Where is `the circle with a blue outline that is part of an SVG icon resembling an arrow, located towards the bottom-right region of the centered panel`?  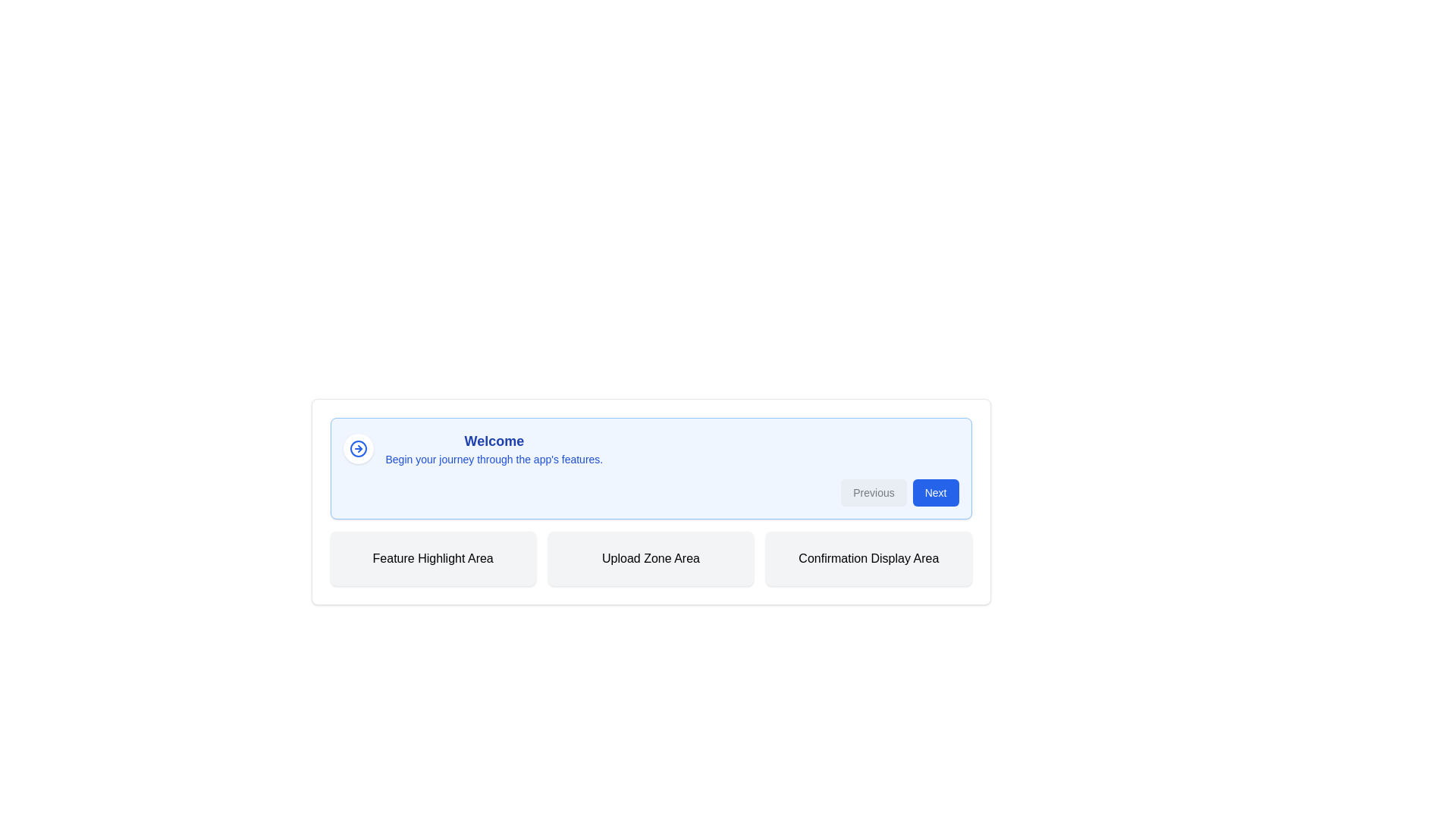 the circle with a blue outline that is part of an SVG icon resembling an arrow, located towards the bottom-right region of the centered panel is located at coordinates (357, 447).